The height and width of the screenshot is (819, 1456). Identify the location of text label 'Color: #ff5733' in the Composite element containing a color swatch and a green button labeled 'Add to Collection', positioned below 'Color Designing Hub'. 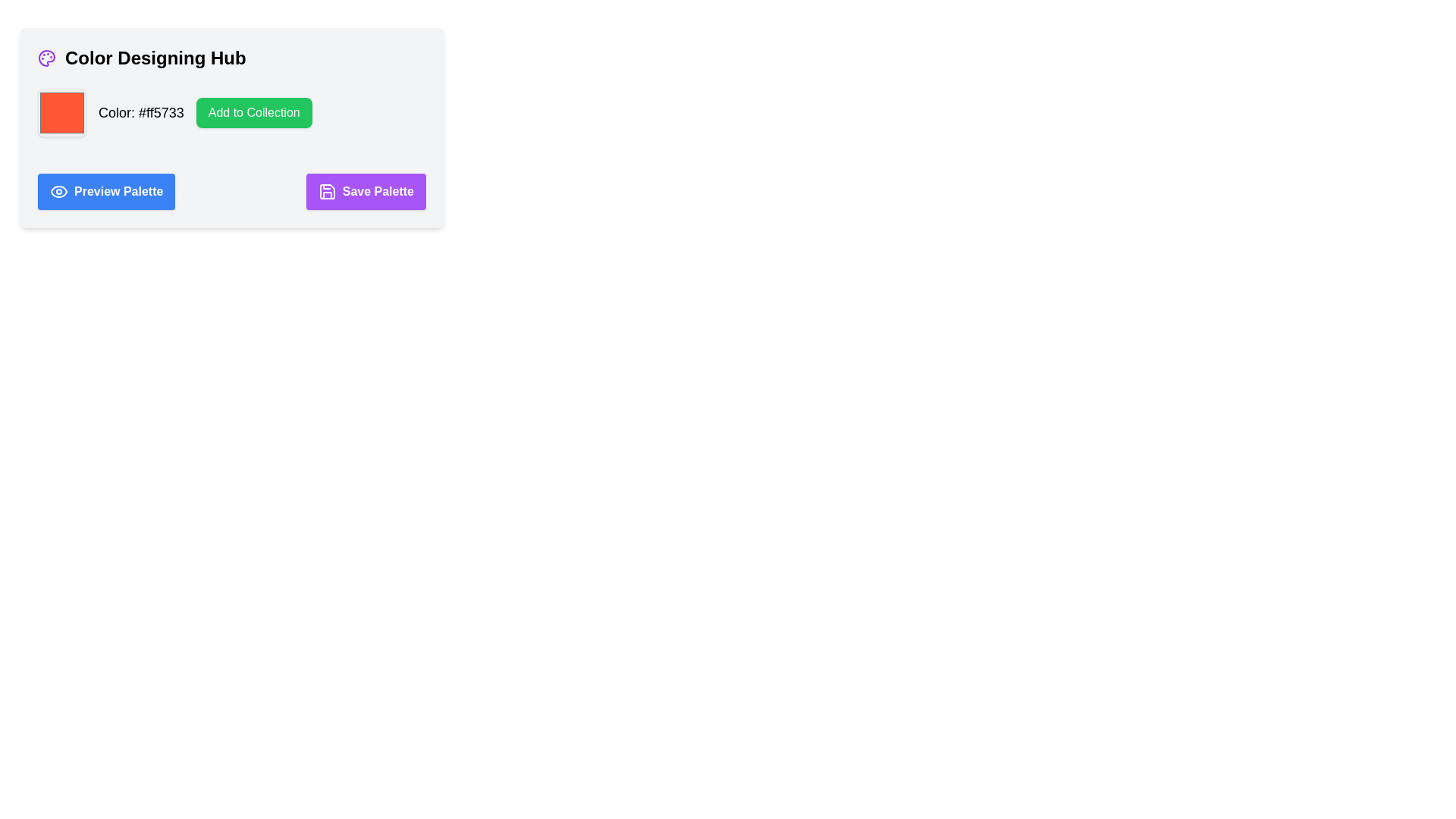
(231, 112).